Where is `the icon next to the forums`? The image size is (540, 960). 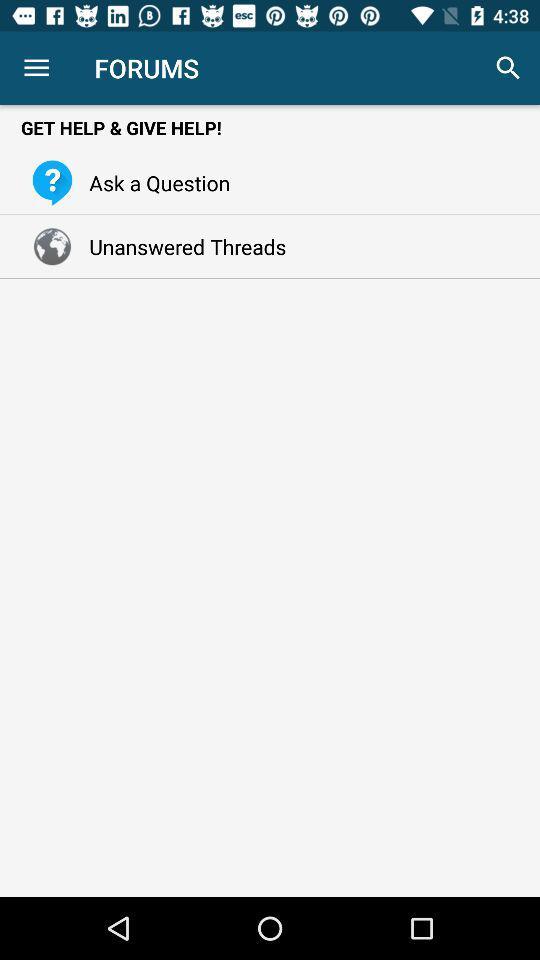
the icon next to the forums is located at coordinates (508, 68).